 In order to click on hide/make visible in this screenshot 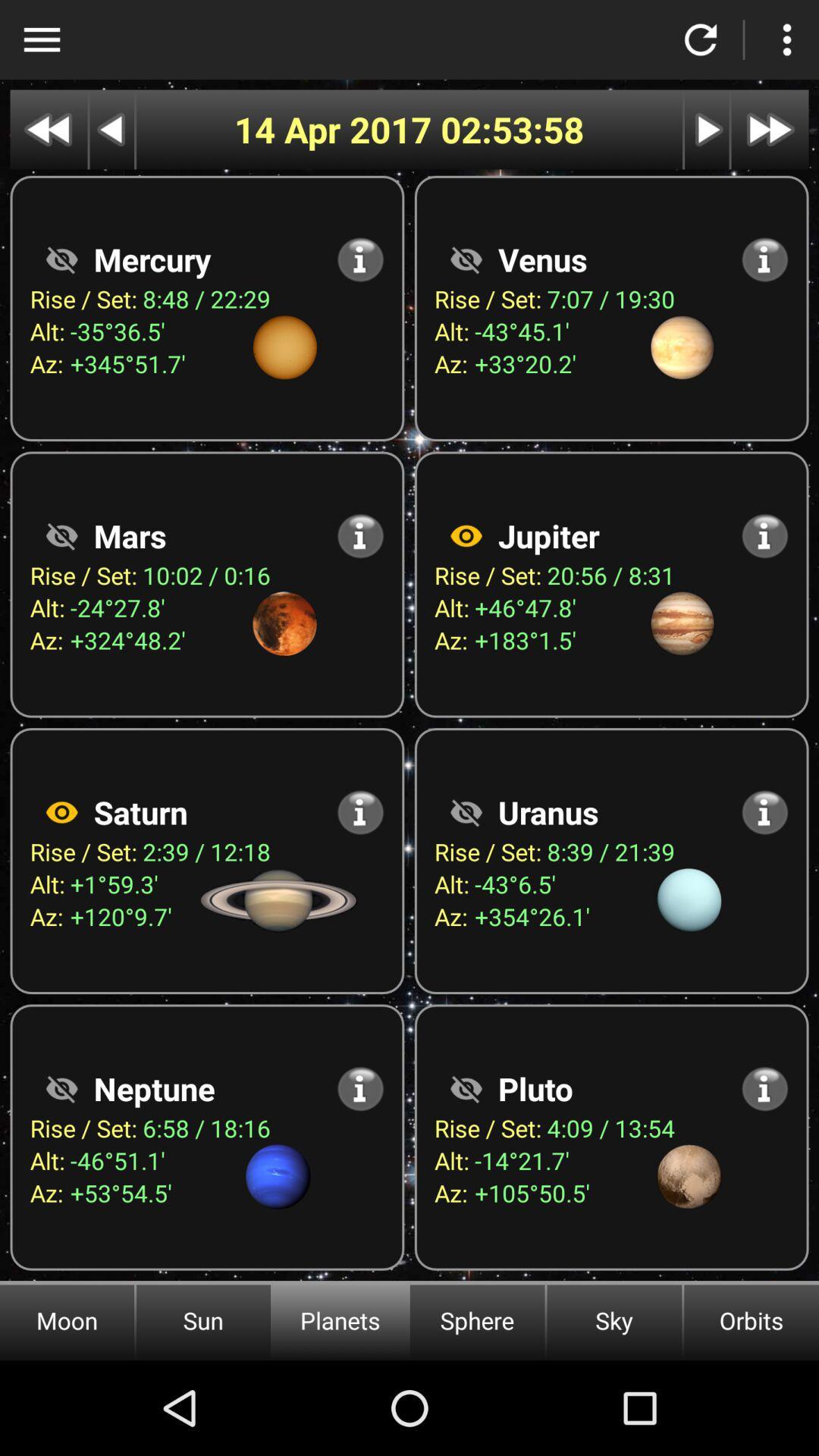, I will do `click(61, 1087)`.